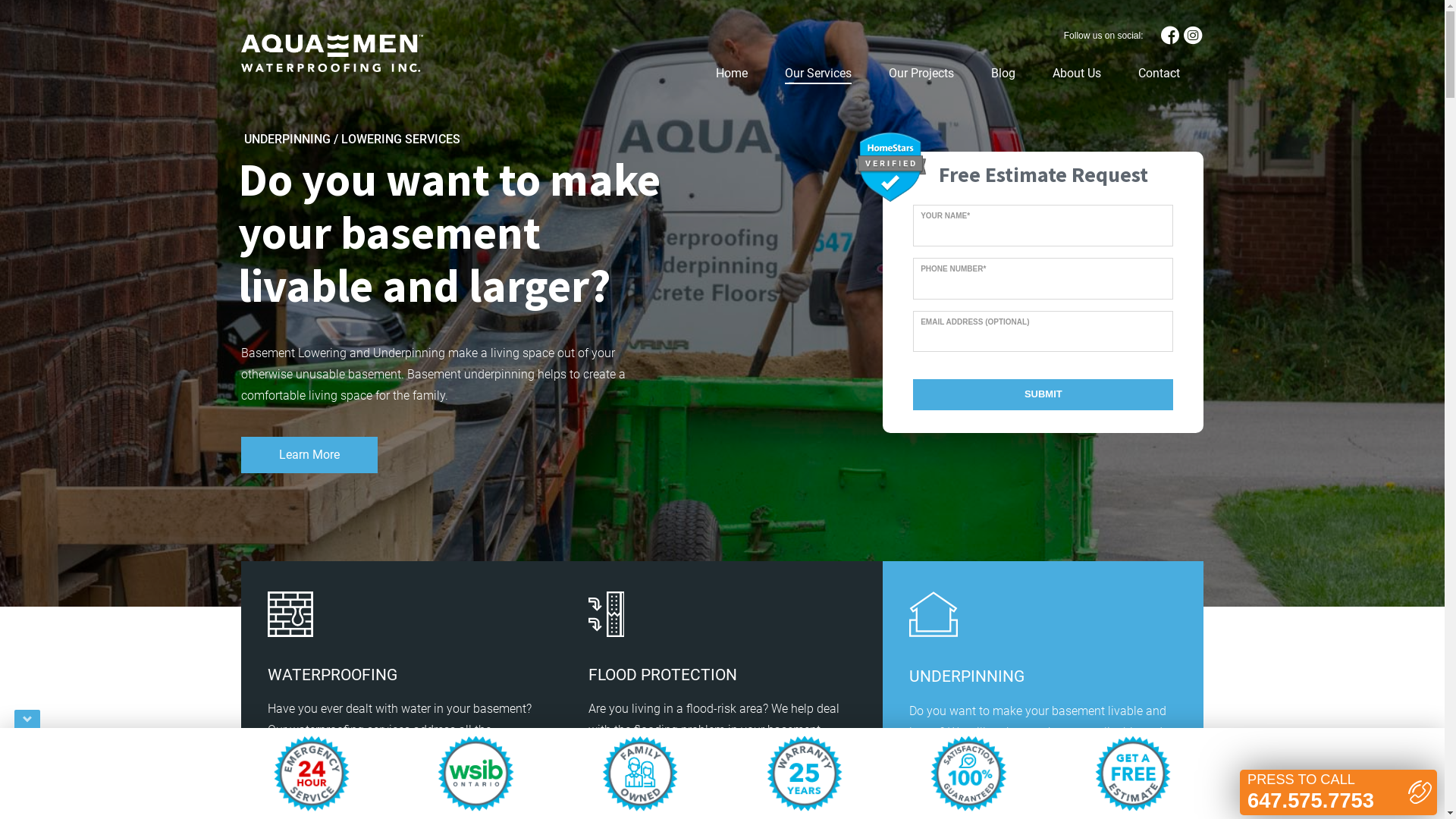 The height and width of the screenshot is (819, 1456). Describe the element at coordinates (890, 166) in the screenshot. I see `'homestars verified badge'` at that location.